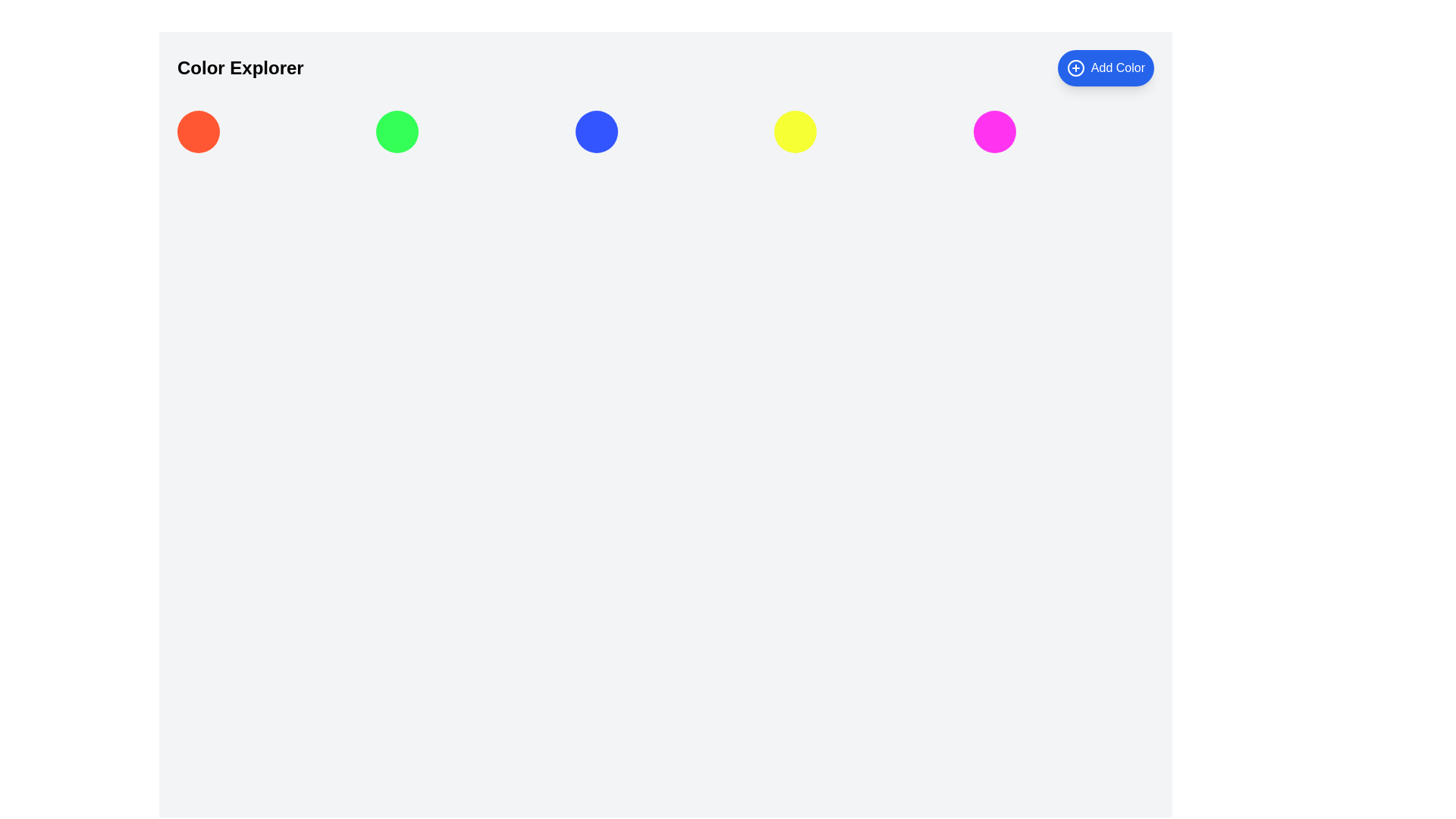 The image size is (1456, 819). I want to click on the fifth selectable color option, which is a magenta interactive circle located under the 'Color Explorer' title, so click(994, 130).